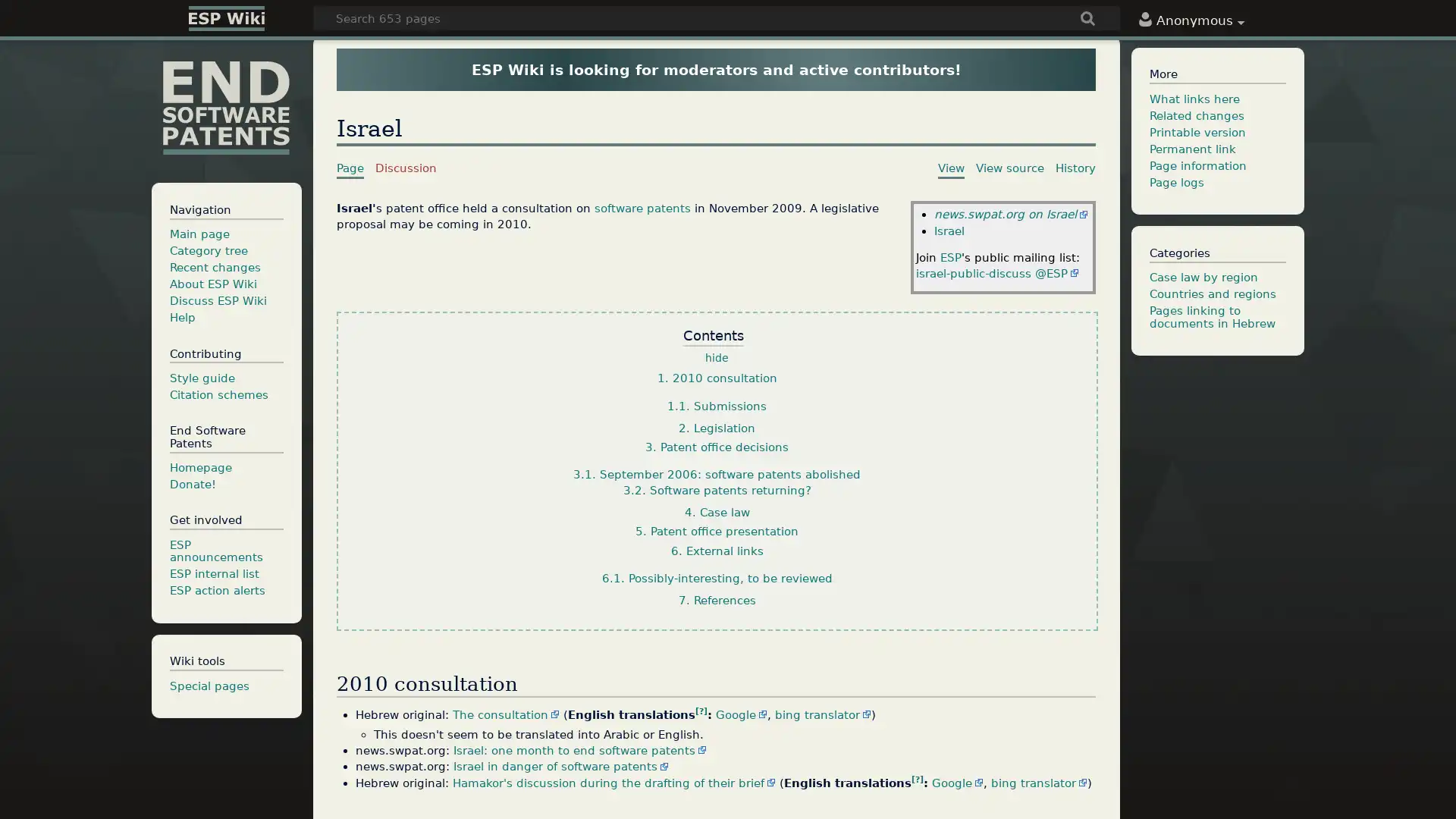  What do you see at coordinates (716, 359) in the screenshot?
I see `hide` at bounding box center [716, 359].